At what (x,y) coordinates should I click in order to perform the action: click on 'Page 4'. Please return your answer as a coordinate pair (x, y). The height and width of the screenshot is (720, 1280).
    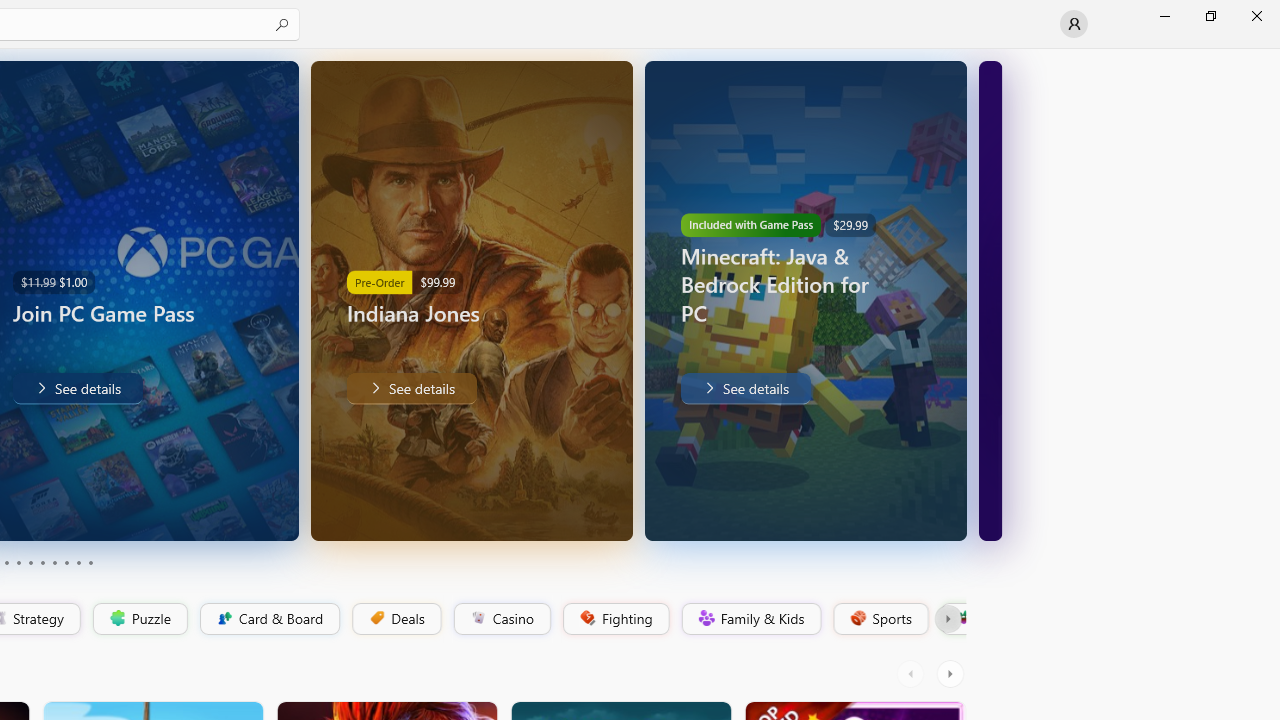
    Looking at the image, I should click on (17, 563).